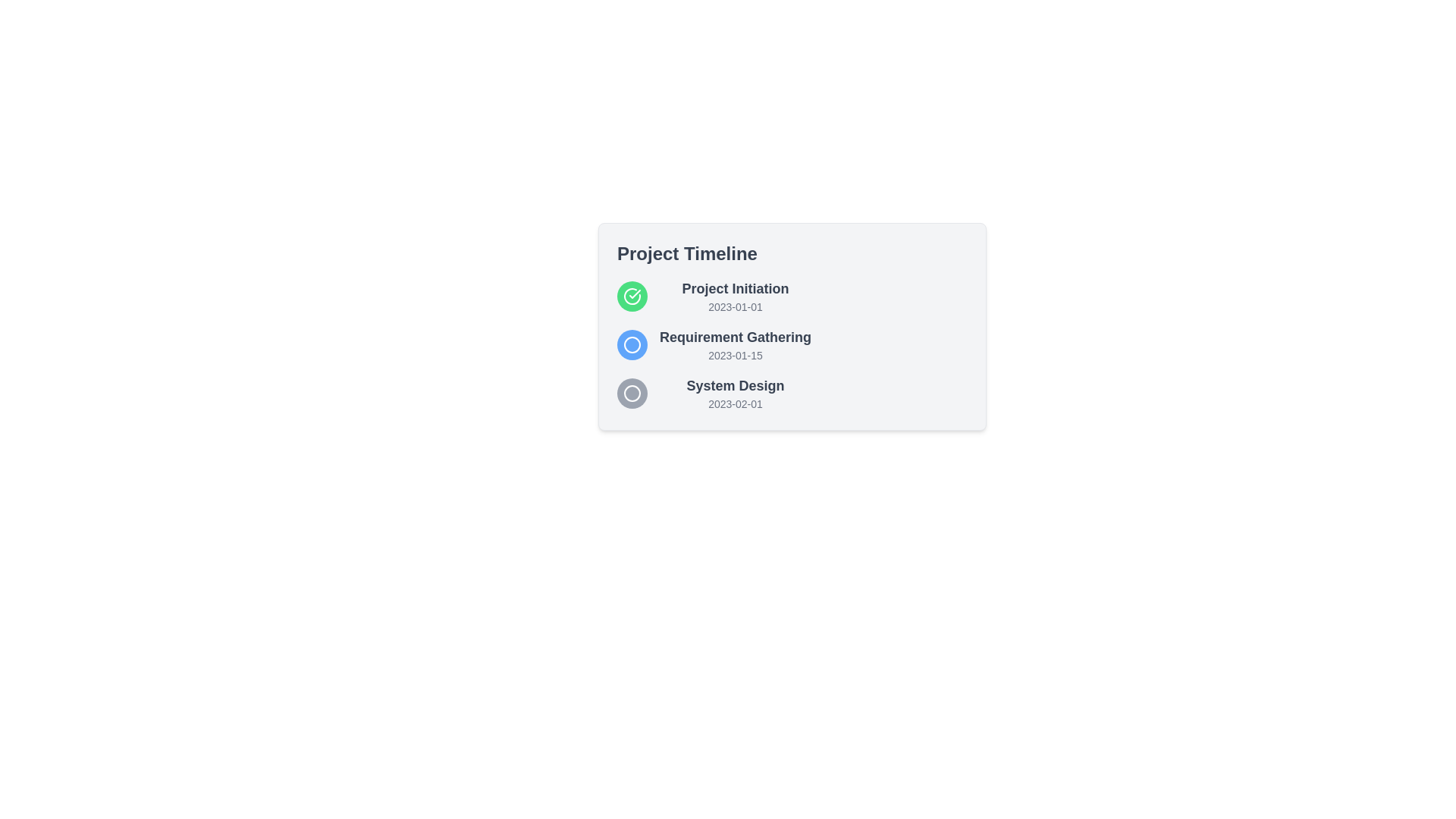  I want to click on the circular icon with a green background and white checkmark symbol located at the far left of the 'Project Initiation' item in the 'Project Timeline' section, so click(632, 296).